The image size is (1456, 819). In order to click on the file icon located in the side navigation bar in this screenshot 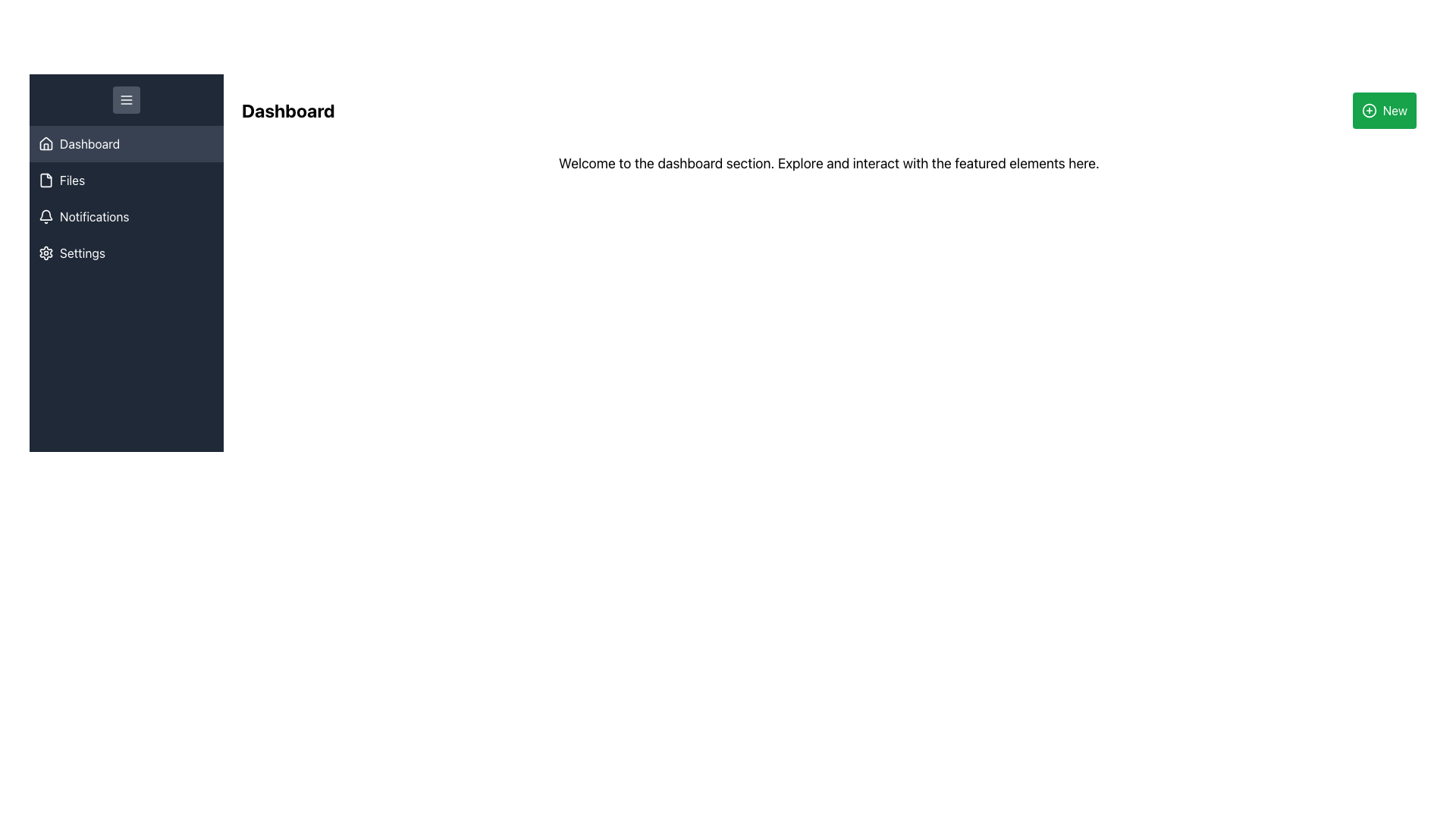, I will do `click(46, 180)`.